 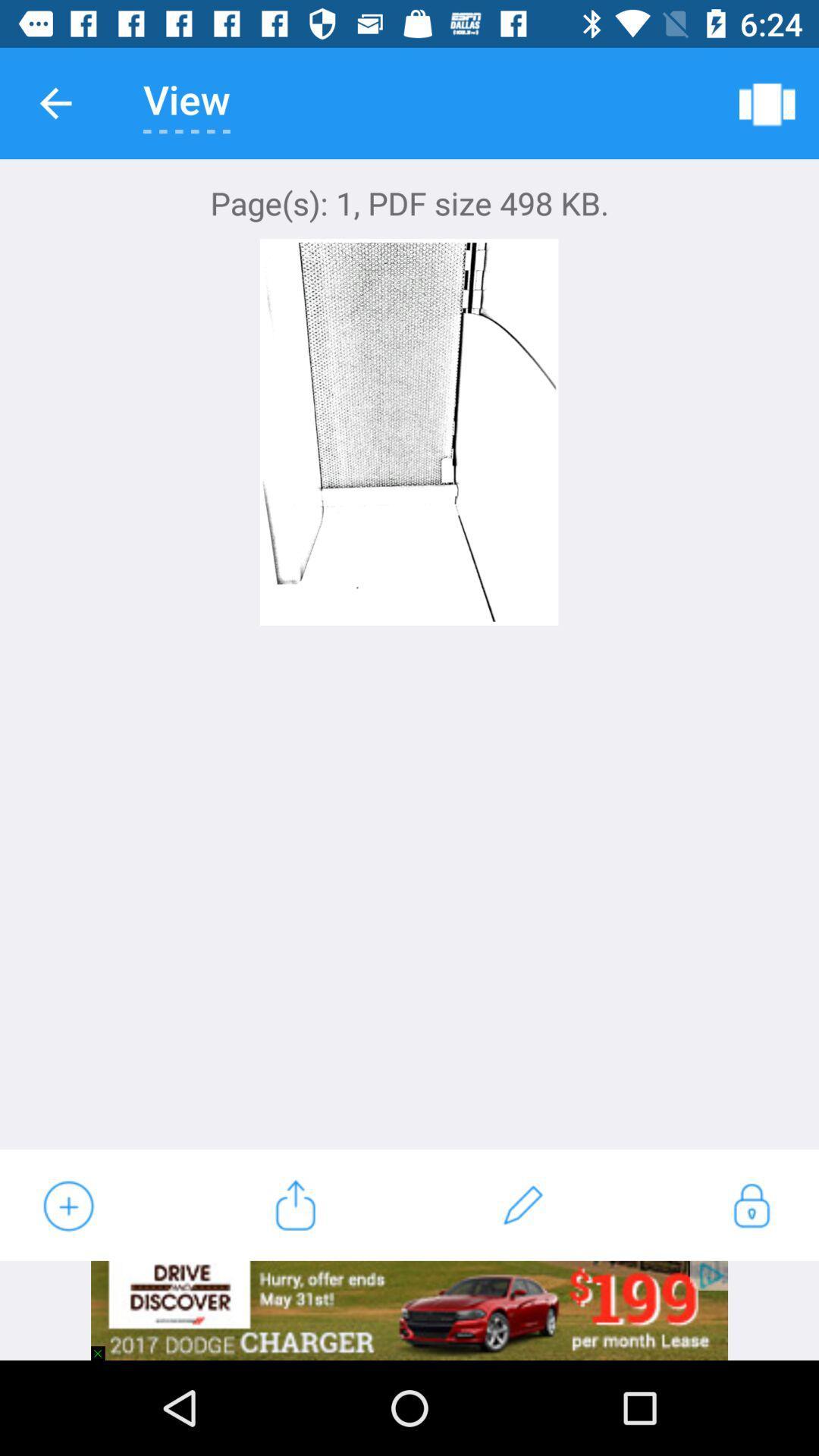 What do you see at coordinates (295, 1204) in the screenshot?
I see `the launch icon` at bounding box center [295, 1204].